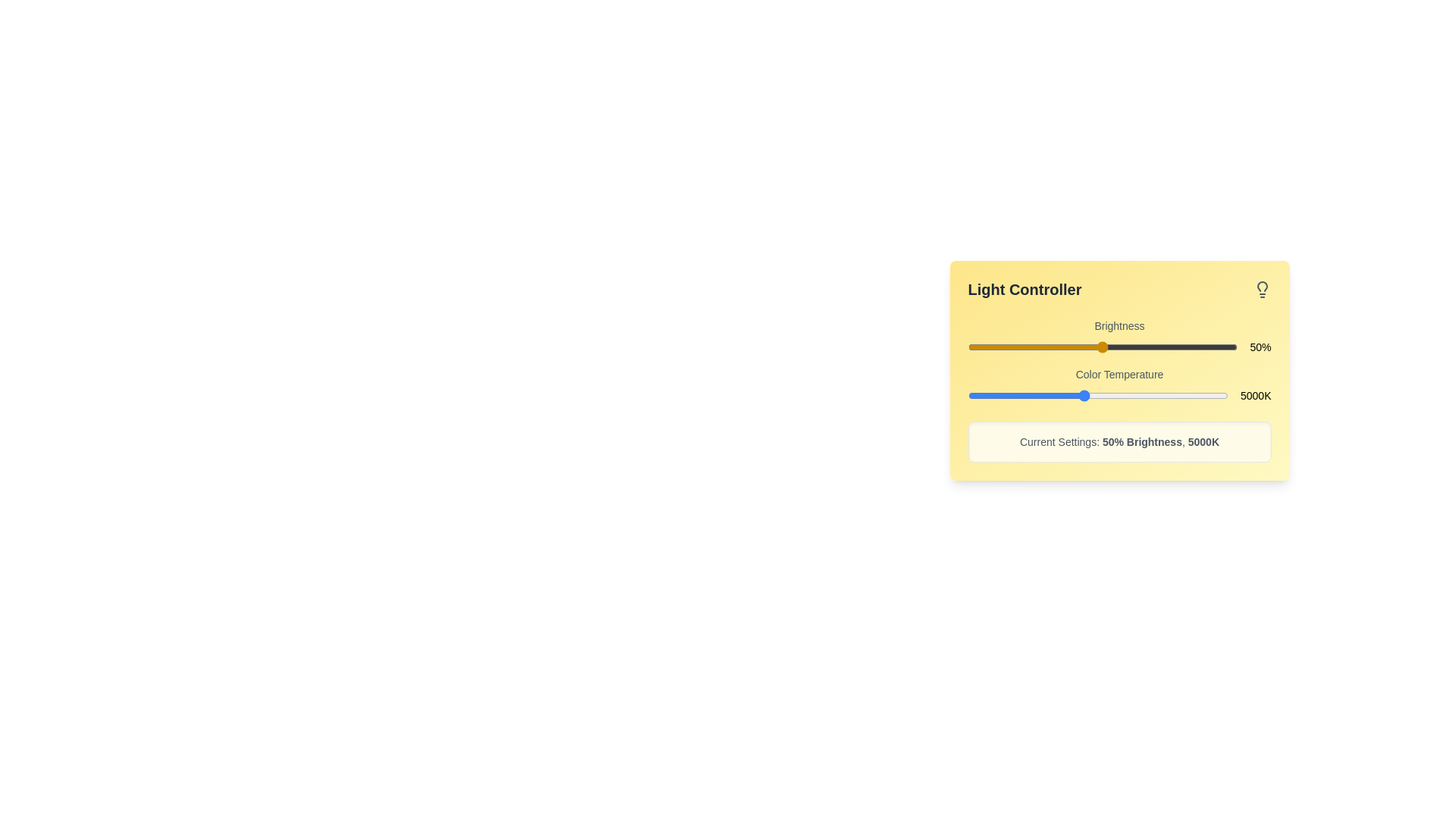 The width and height of the screenshot is (1456, 819). What do you see at coordinates (1034, 394) in the screenshot?
I see `the color temperature slider to set the value to 3324 K` at bounding box center [1034, 394].